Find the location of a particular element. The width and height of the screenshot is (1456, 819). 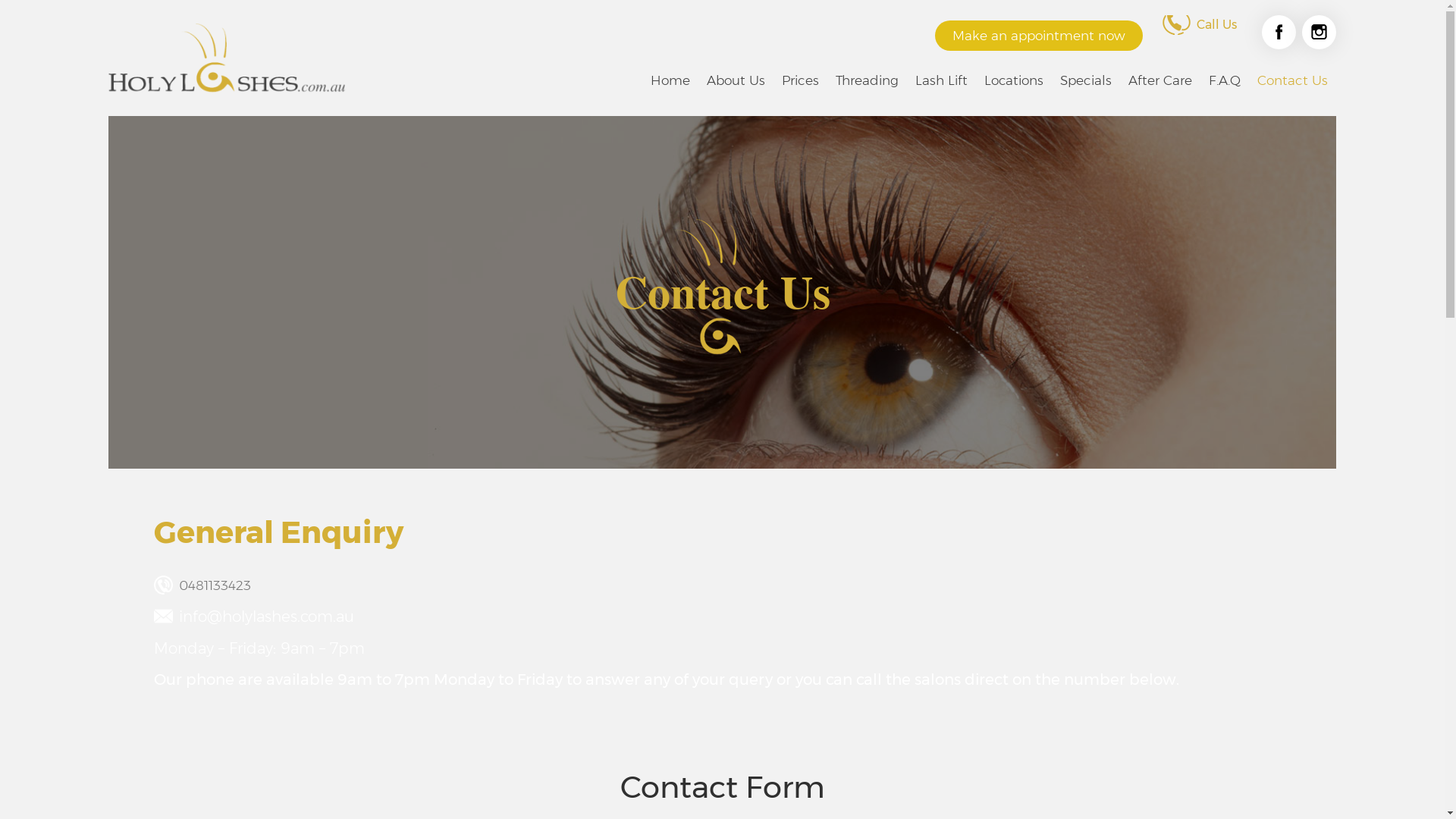

'Threading' is located at coordinates (867, 80).